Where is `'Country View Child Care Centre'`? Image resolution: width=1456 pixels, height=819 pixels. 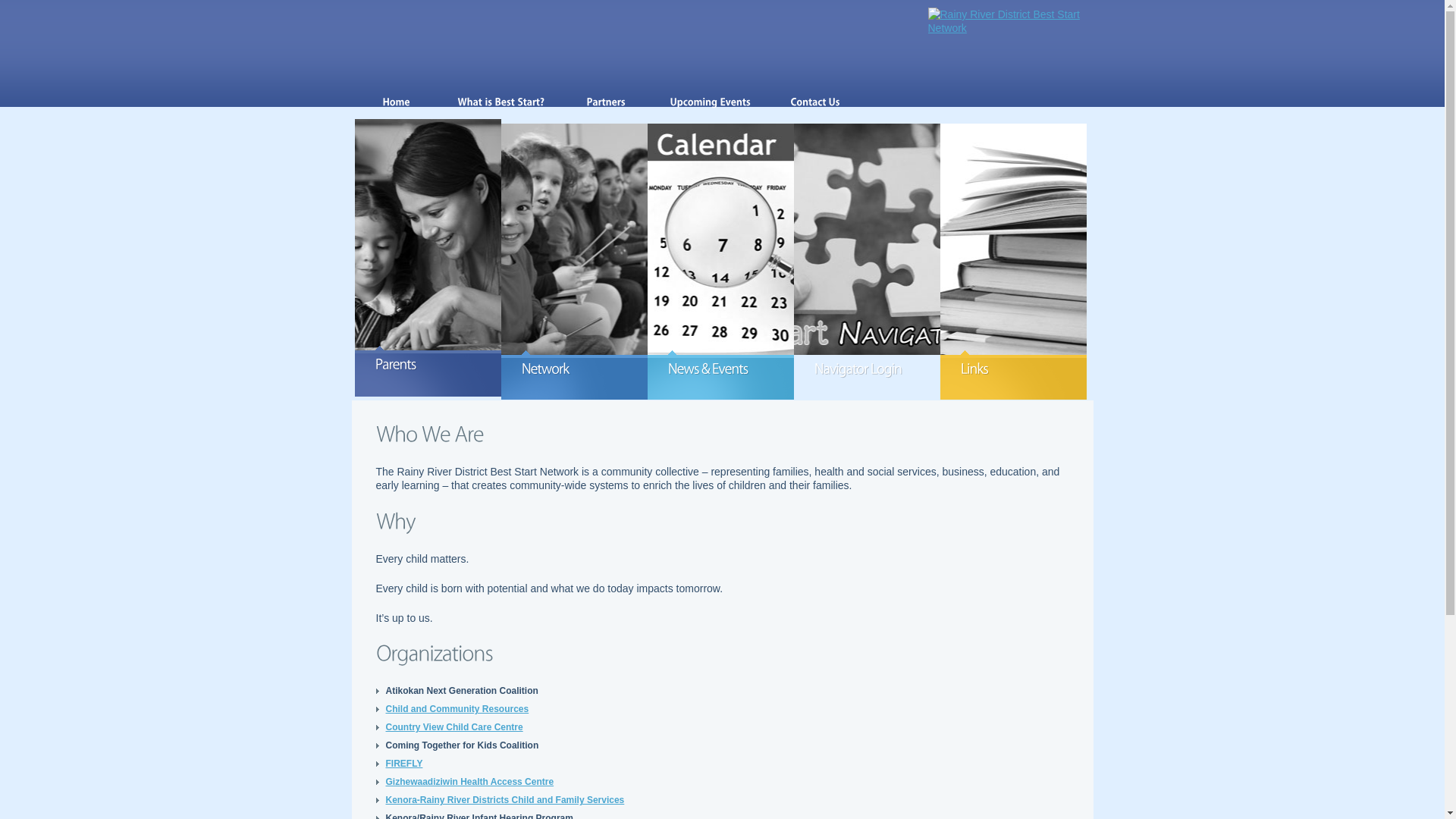
'Country View Child Care Centre' is located at coordinates (385, 726).